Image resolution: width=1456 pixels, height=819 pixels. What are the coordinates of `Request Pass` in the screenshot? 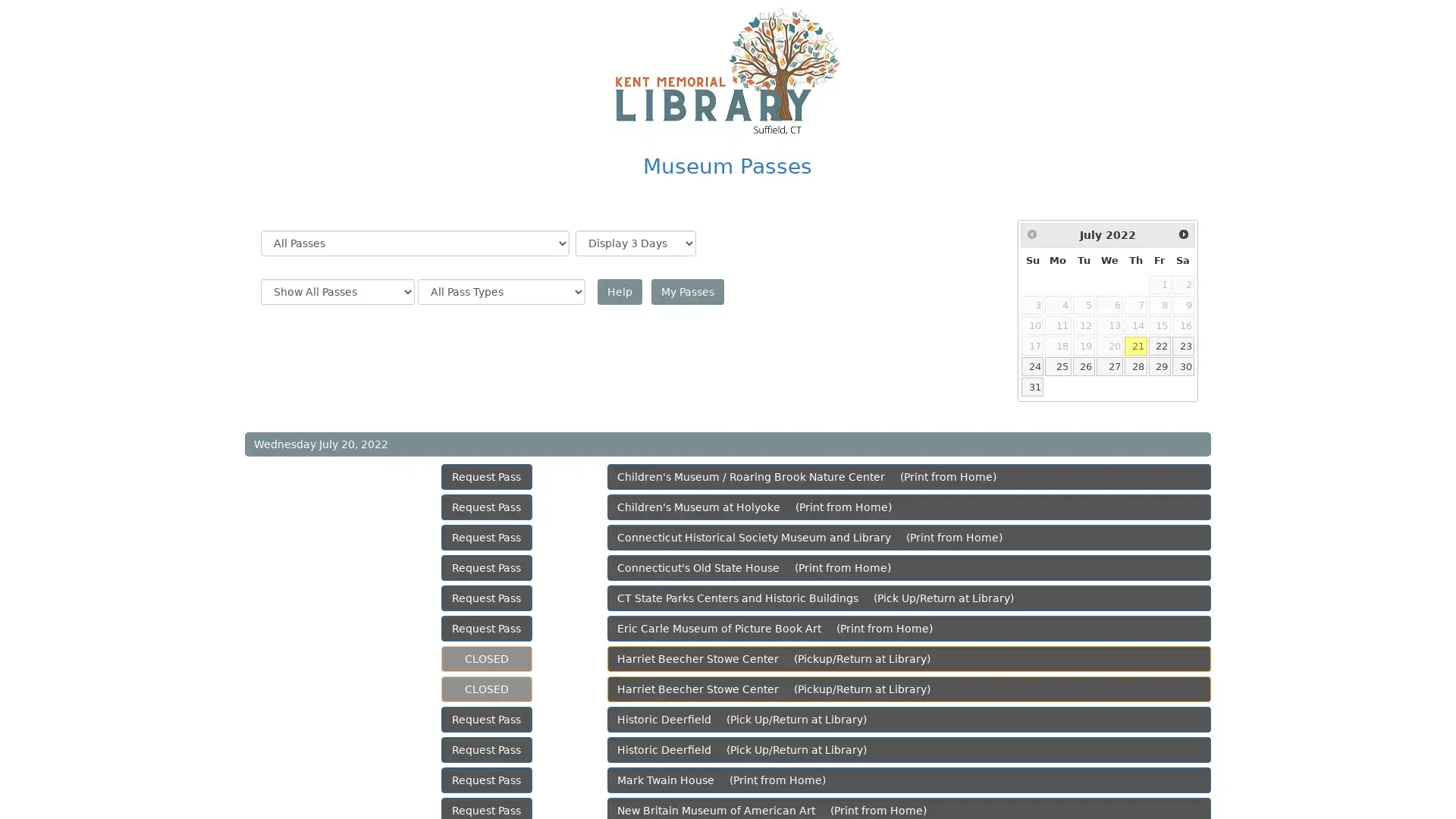 It's located at (486, 507).